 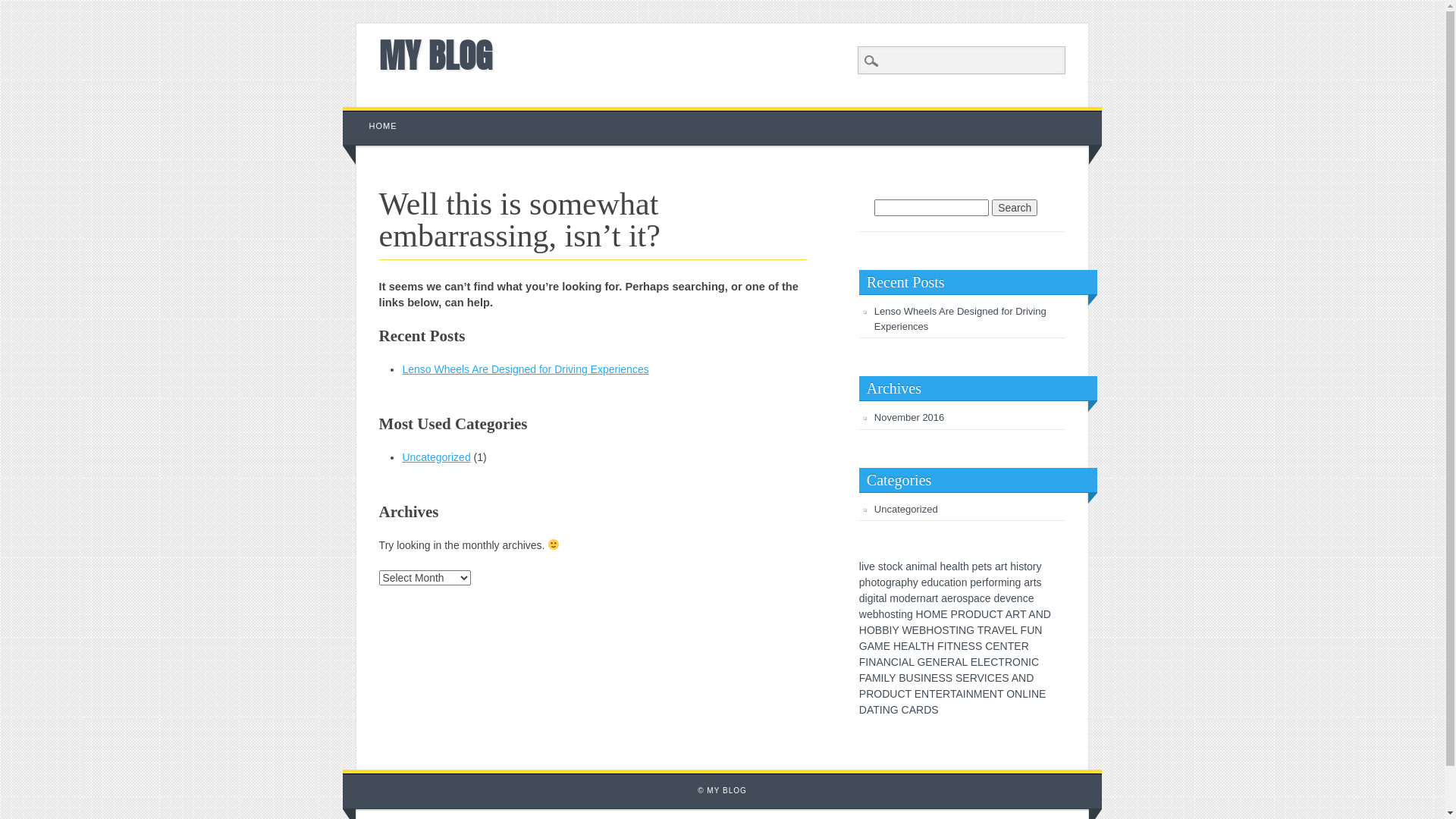 What do you see at coordinates (898, 581) in the screenshot?
I see `'a'` at bounding box center [898, 581].